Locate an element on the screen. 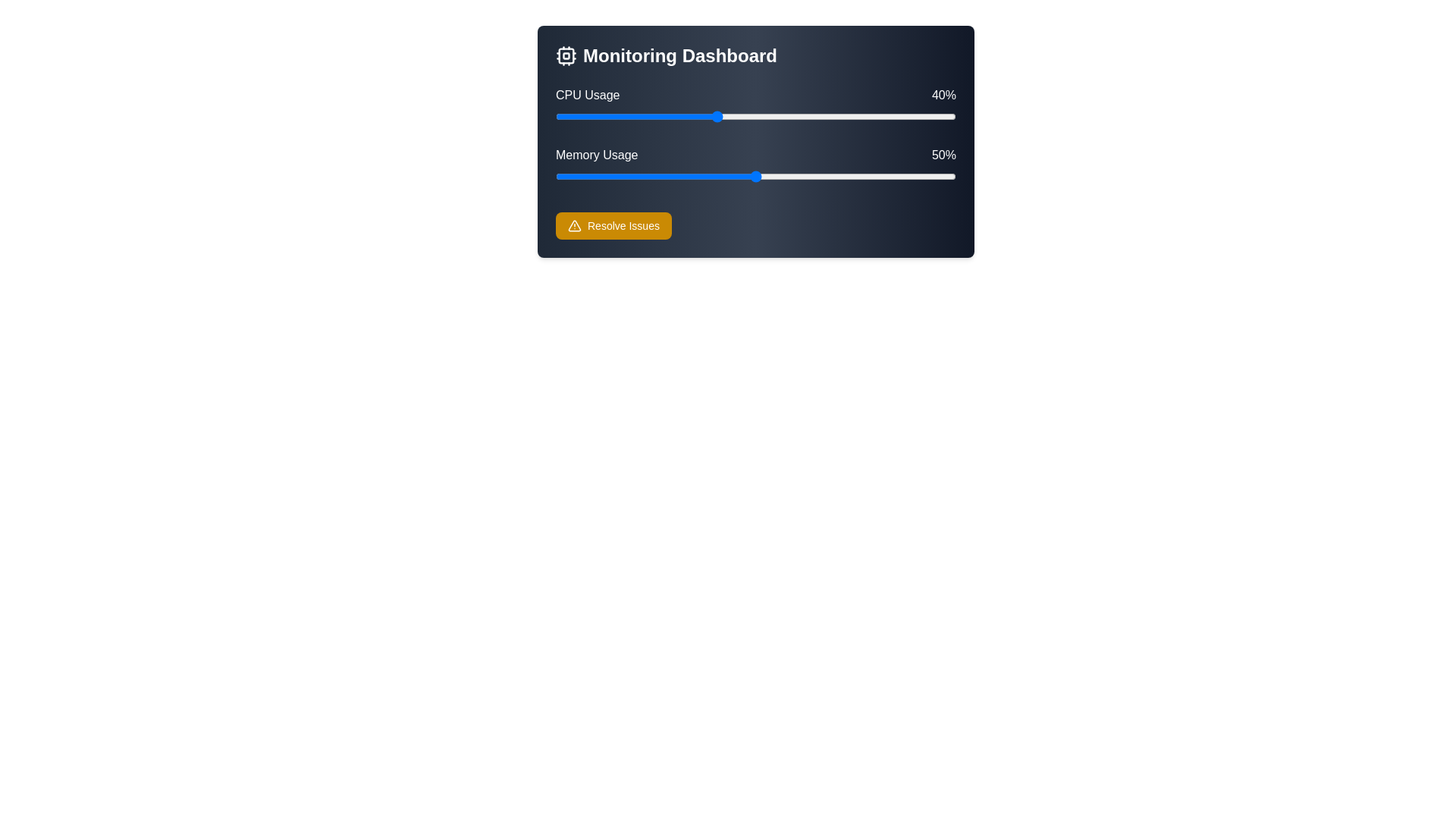 The height and width of the screenshot is (819, 1456). CPU usage is located at coordinates (868, 116).